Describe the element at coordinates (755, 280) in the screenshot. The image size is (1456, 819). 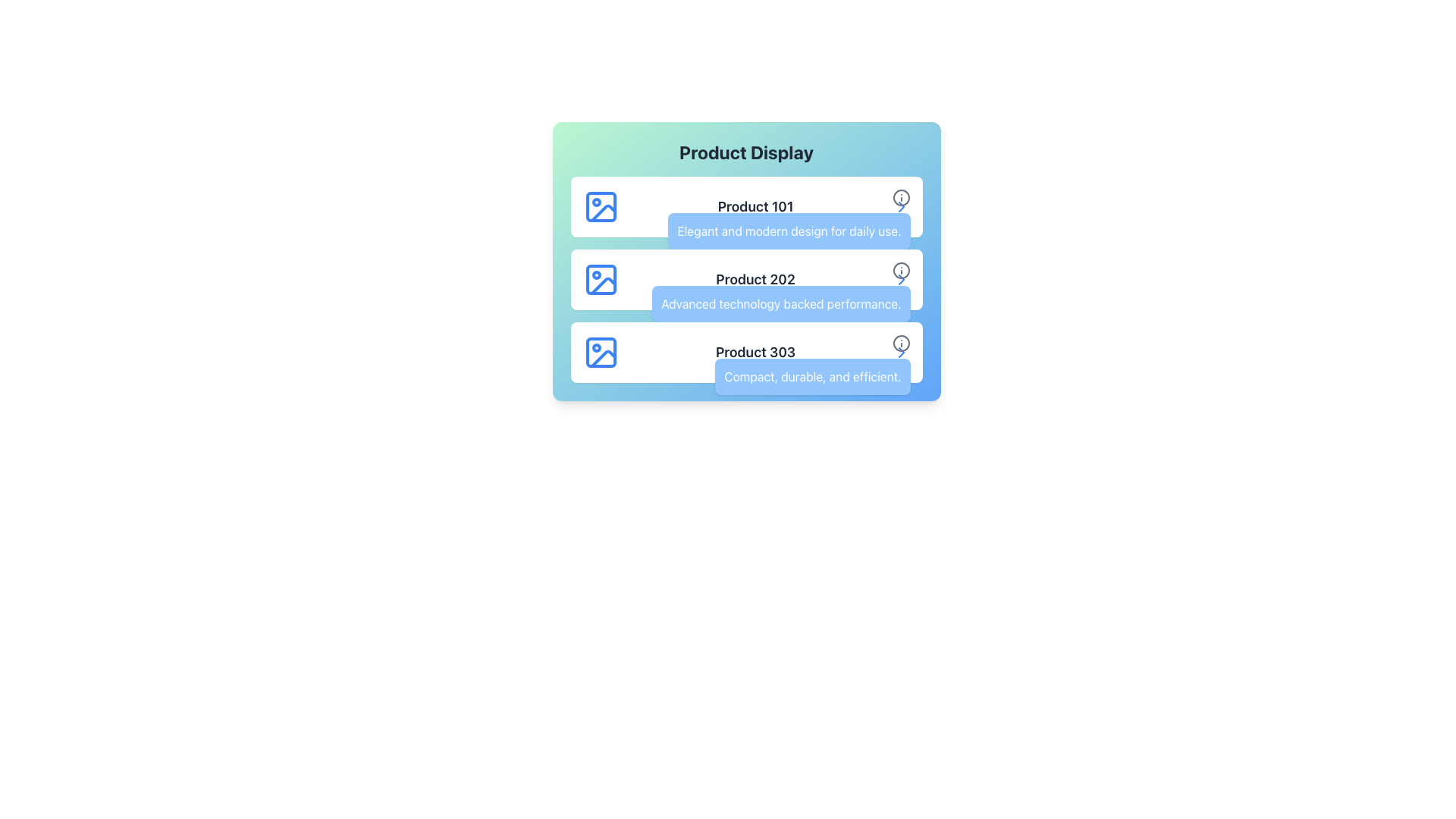
I see `the text label displaying the name of the specific product in the second product card, enhancing clarity and identification` at that location.